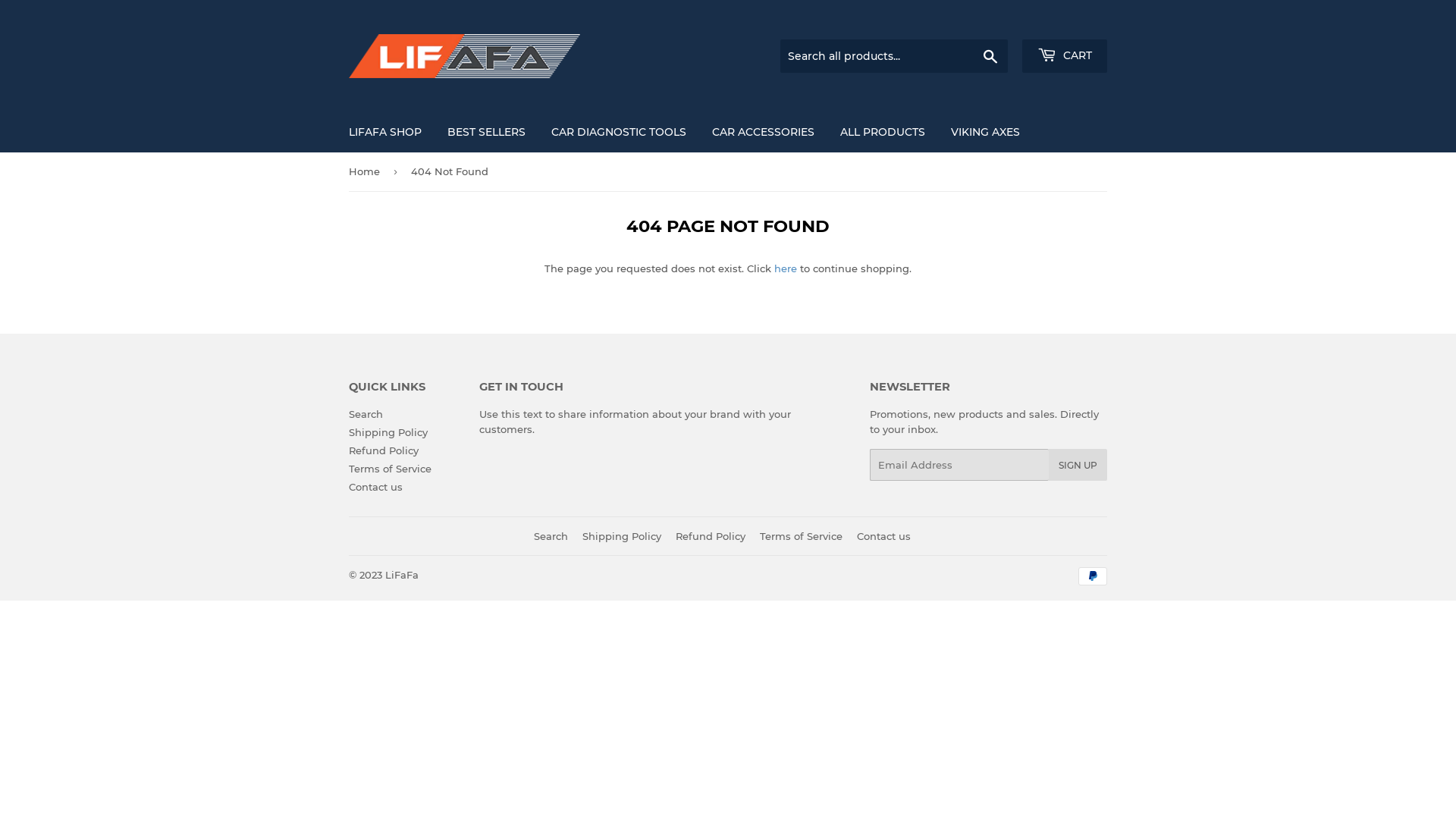 This screenshot has width=1456, height=819. What do you see at coordinates (828, 130) in the screenshot?
I see `'ALL PRODUCTS'` at bounding box center [828, 130].